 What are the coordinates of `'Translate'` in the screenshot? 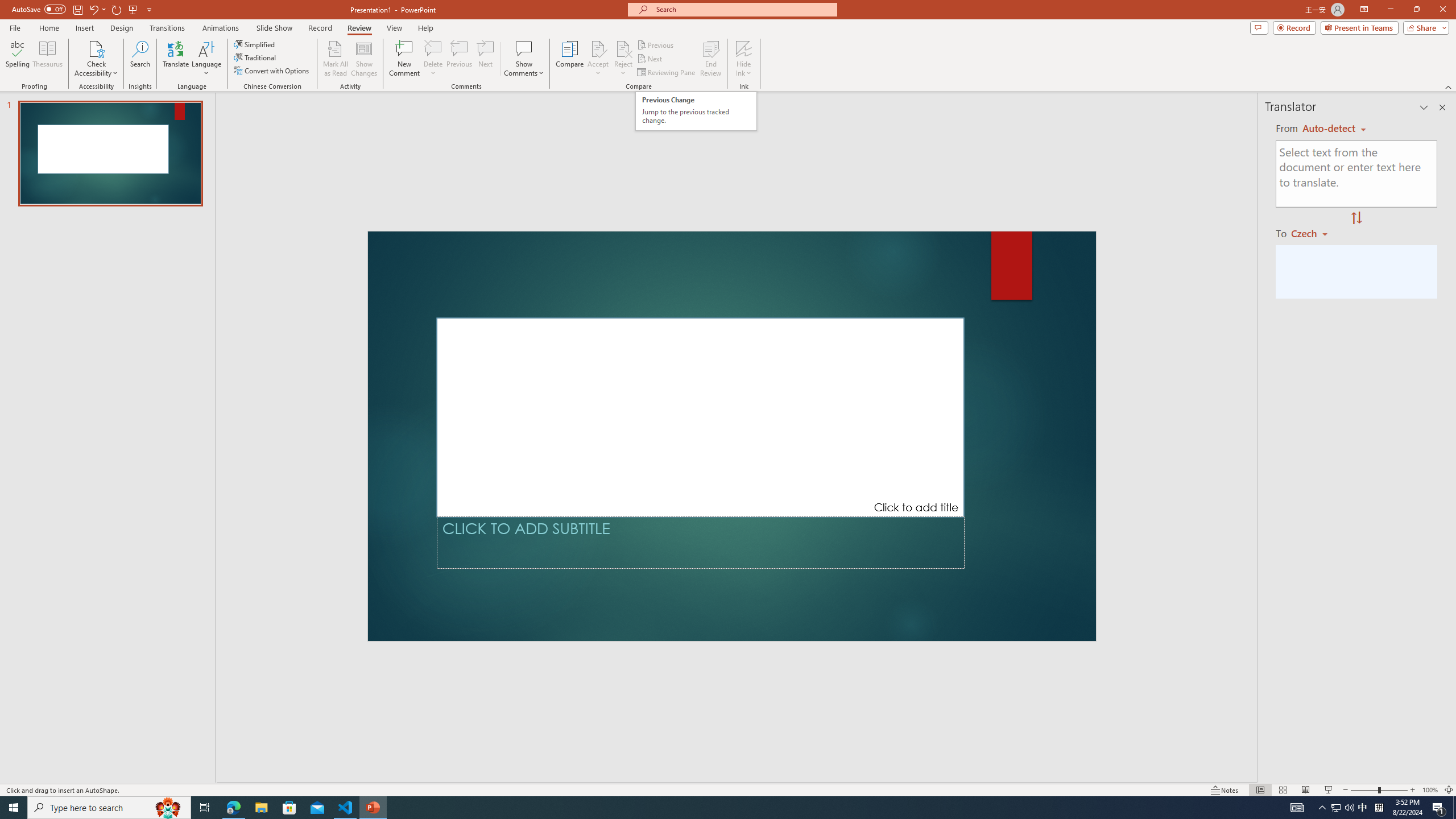 It's located at (176, 59).